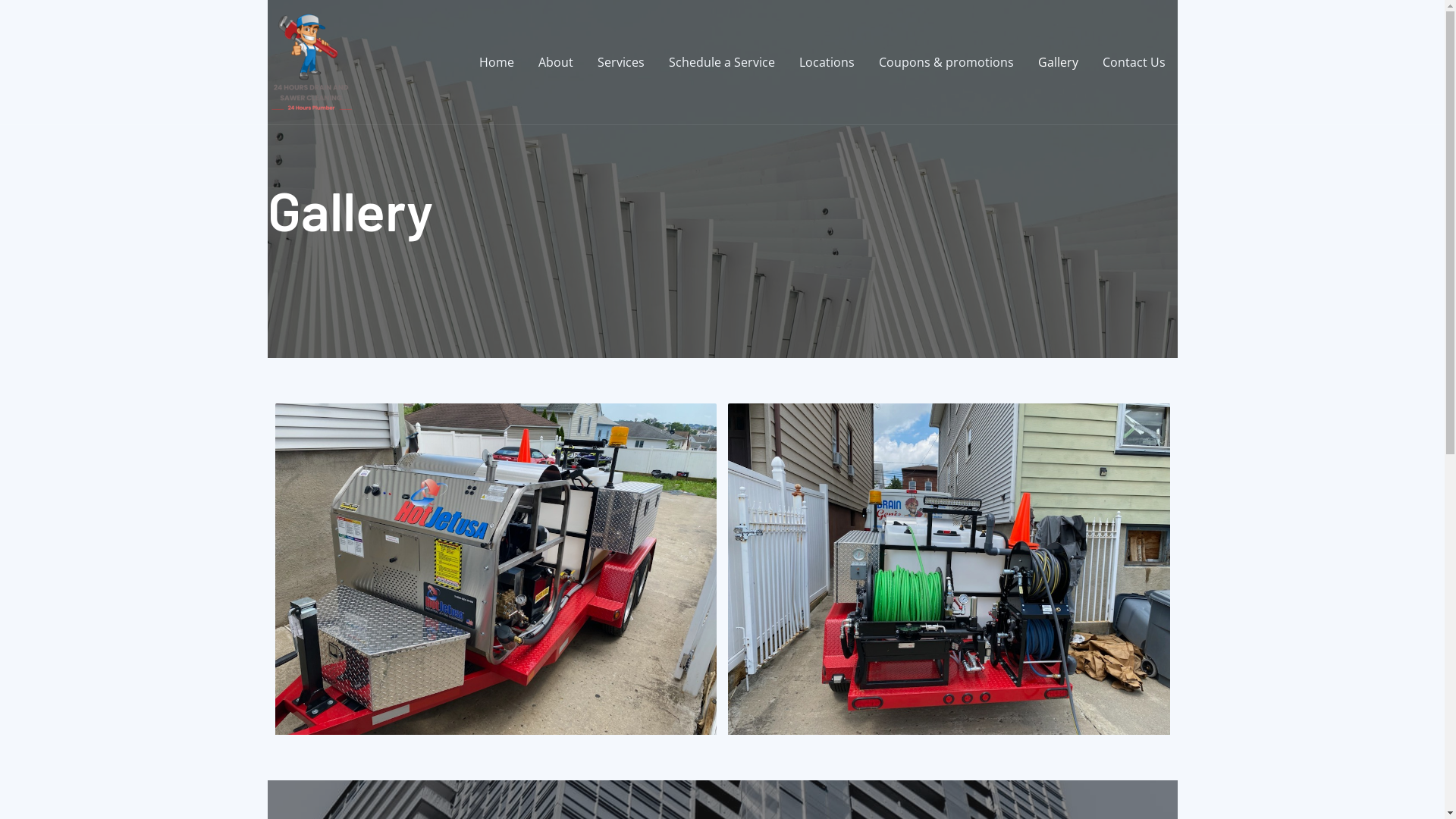 The height and width of the screenshot is (819, 1456). What do you see at coordinates (1134, 61) in the screenshot?
I see `'Contact Us'` at bounding box center [1134, 61].